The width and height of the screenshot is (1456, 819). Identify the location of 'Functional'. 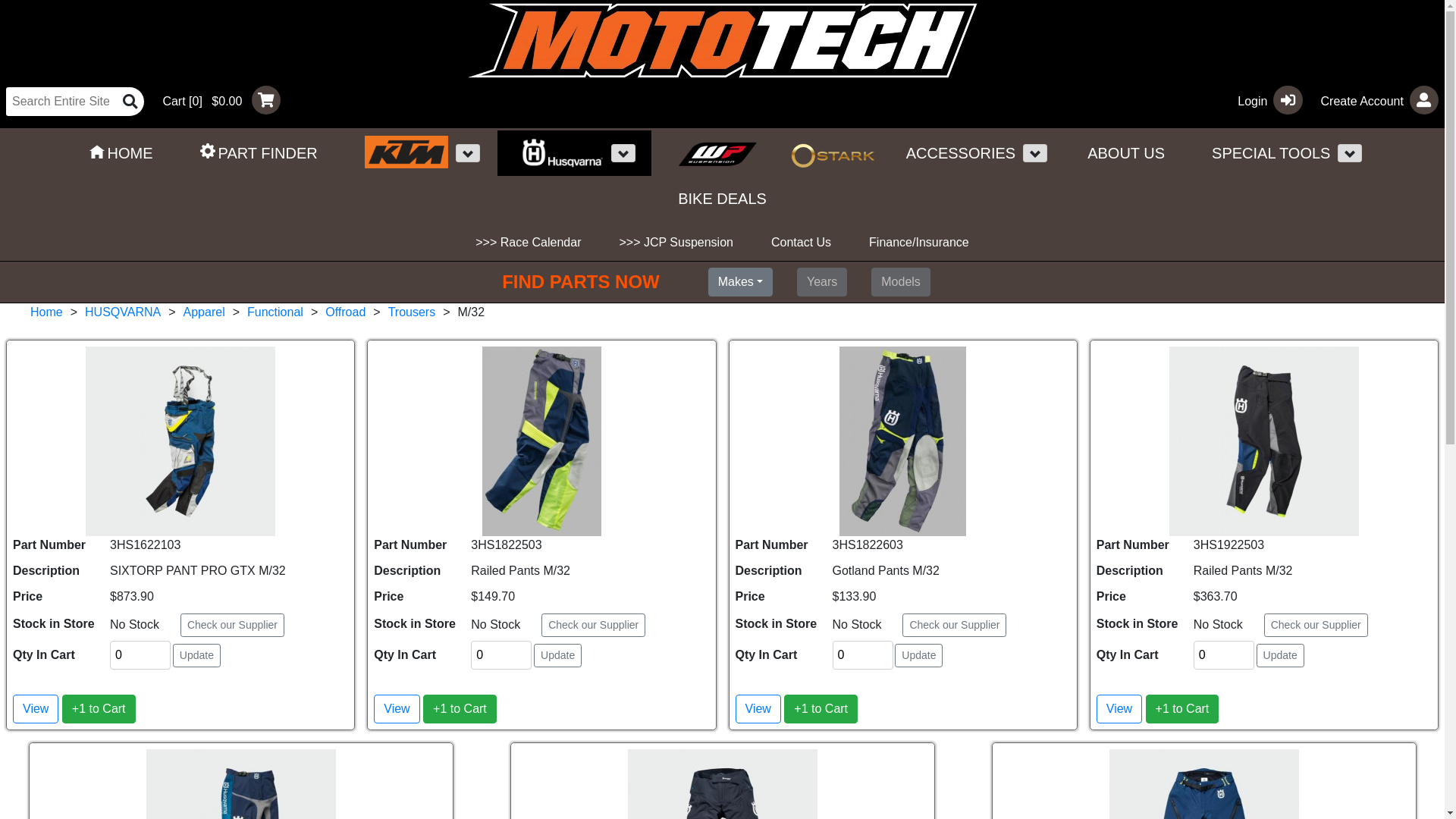
(275, 311).